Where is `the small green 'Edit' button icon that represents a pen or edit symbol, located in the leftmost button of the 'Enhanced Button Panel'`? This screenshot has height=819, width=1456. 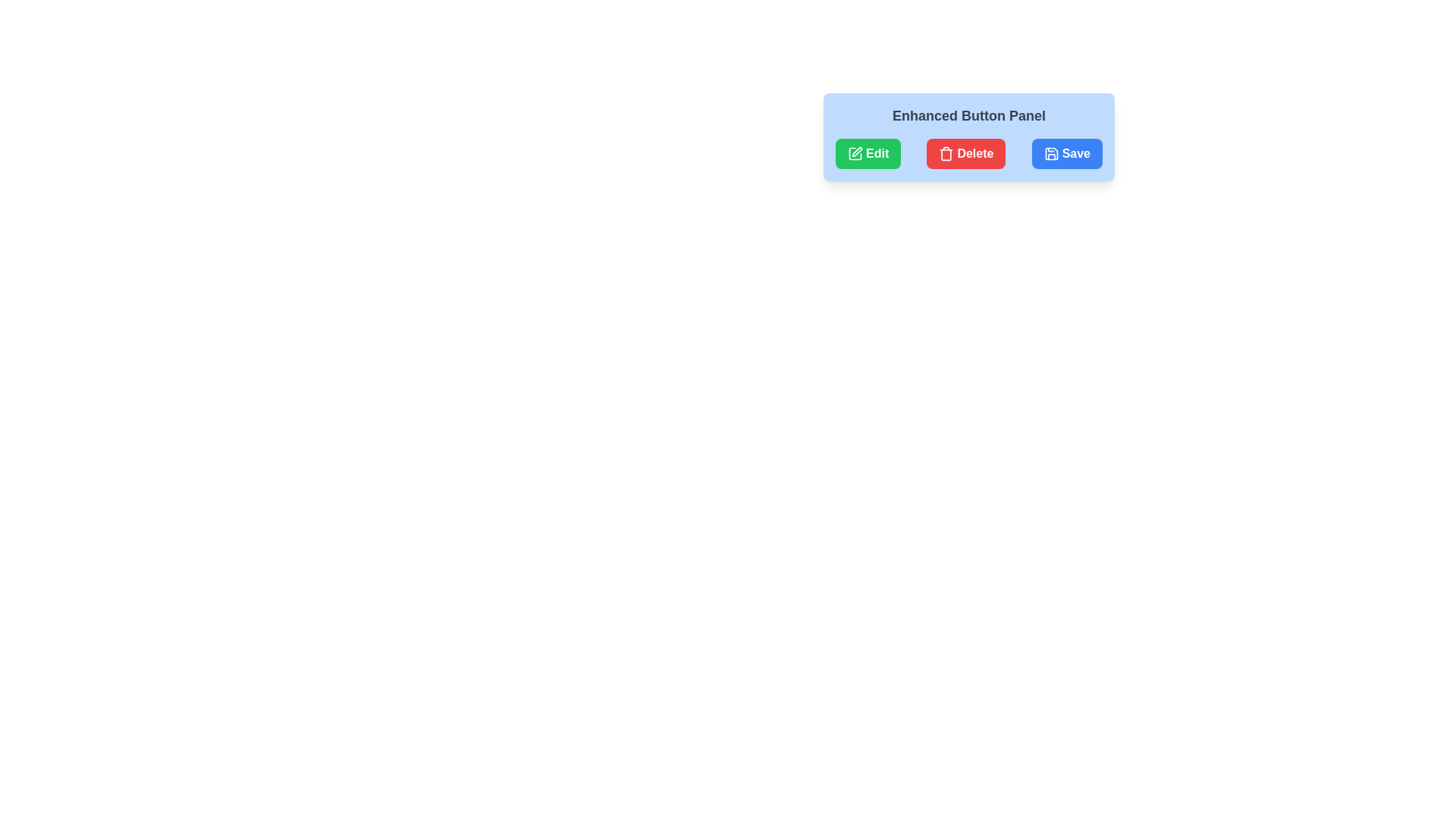
the small green 'Edit' button icon that represents a pen or edit symbol, located in the leftmost button of the 'Enhanced Button Panel' is located at coordinates (857, 152).